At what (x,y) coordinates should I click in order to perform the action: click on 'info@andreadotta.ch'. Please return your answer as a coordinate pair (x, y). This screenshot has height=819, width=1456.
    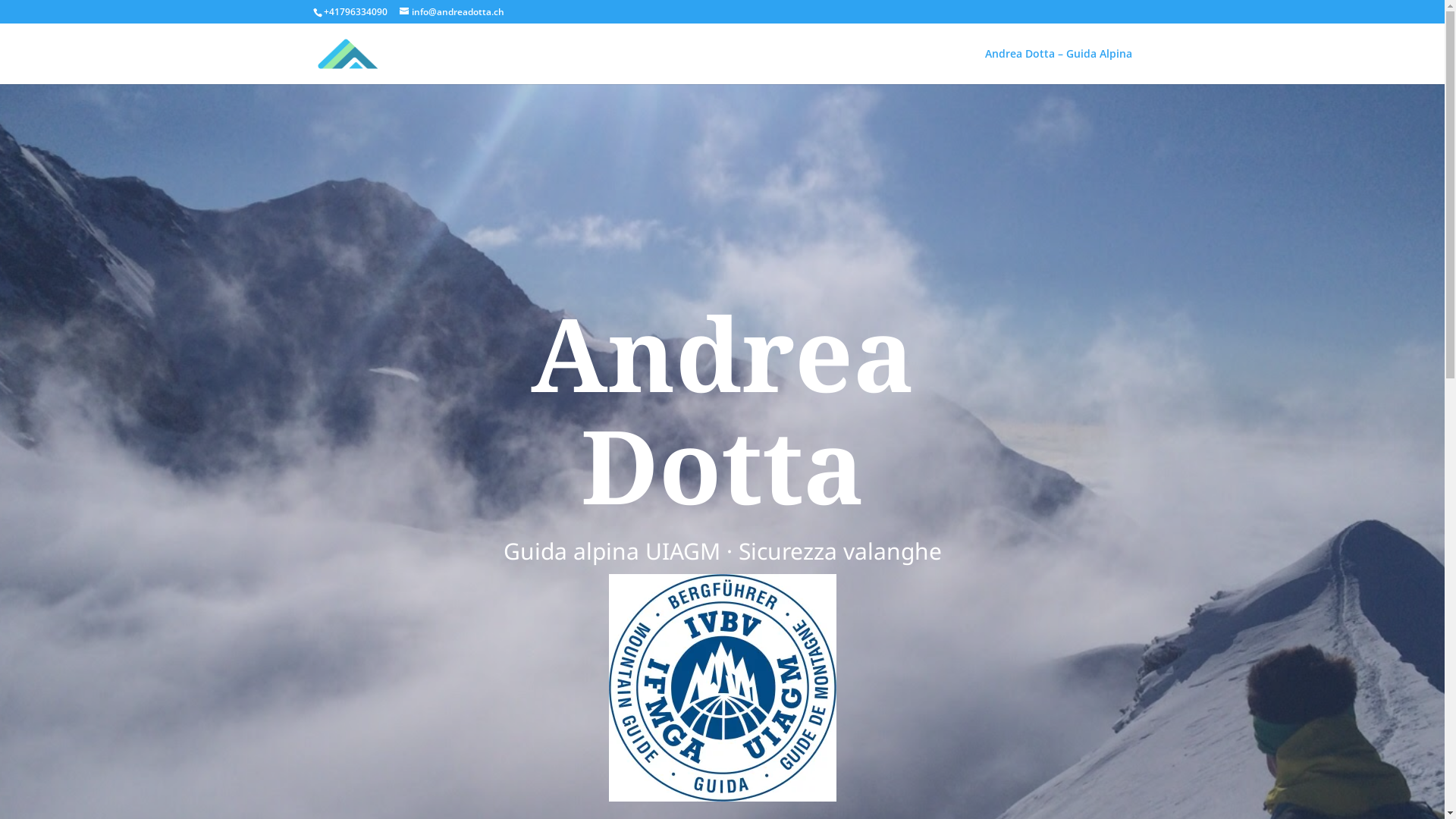
    Looking at the image, I should click on (450, 11).